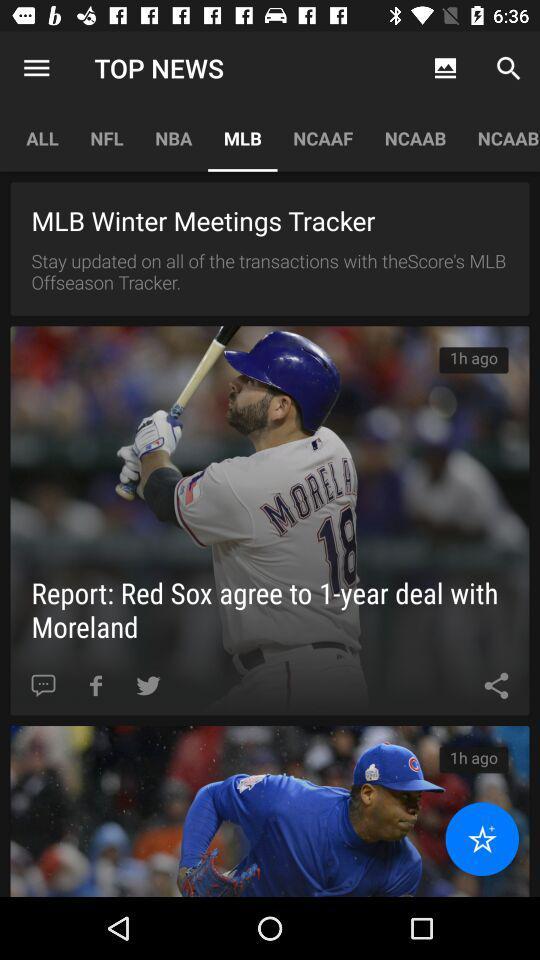 This screenshot has width=540, height=960. I want to click on the star icon, so click(481, 839).